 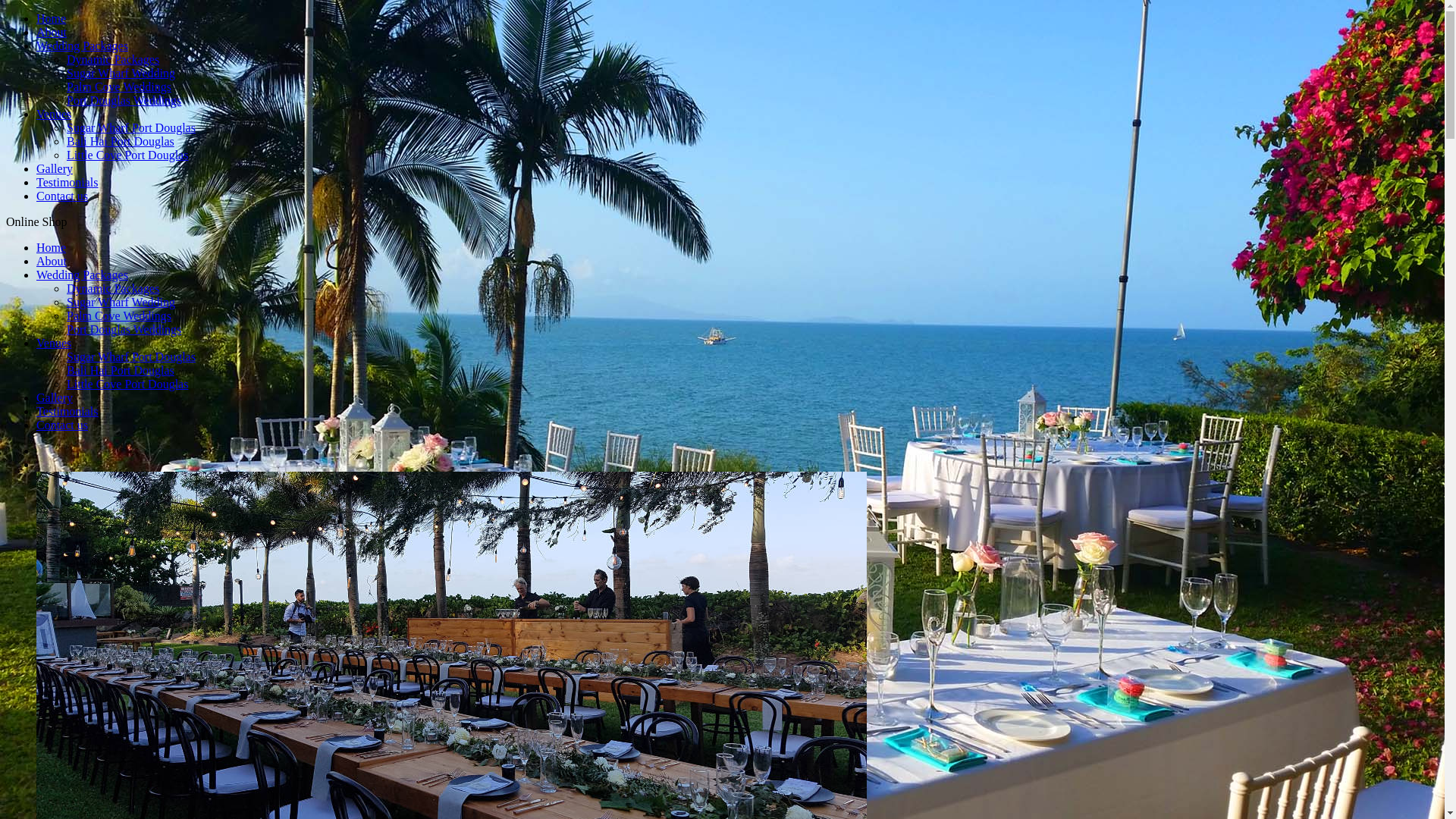 What do you see at coordinates (55, 397) in the screenshot?
I see `'Gallery'` at bounding box center [55, 397].